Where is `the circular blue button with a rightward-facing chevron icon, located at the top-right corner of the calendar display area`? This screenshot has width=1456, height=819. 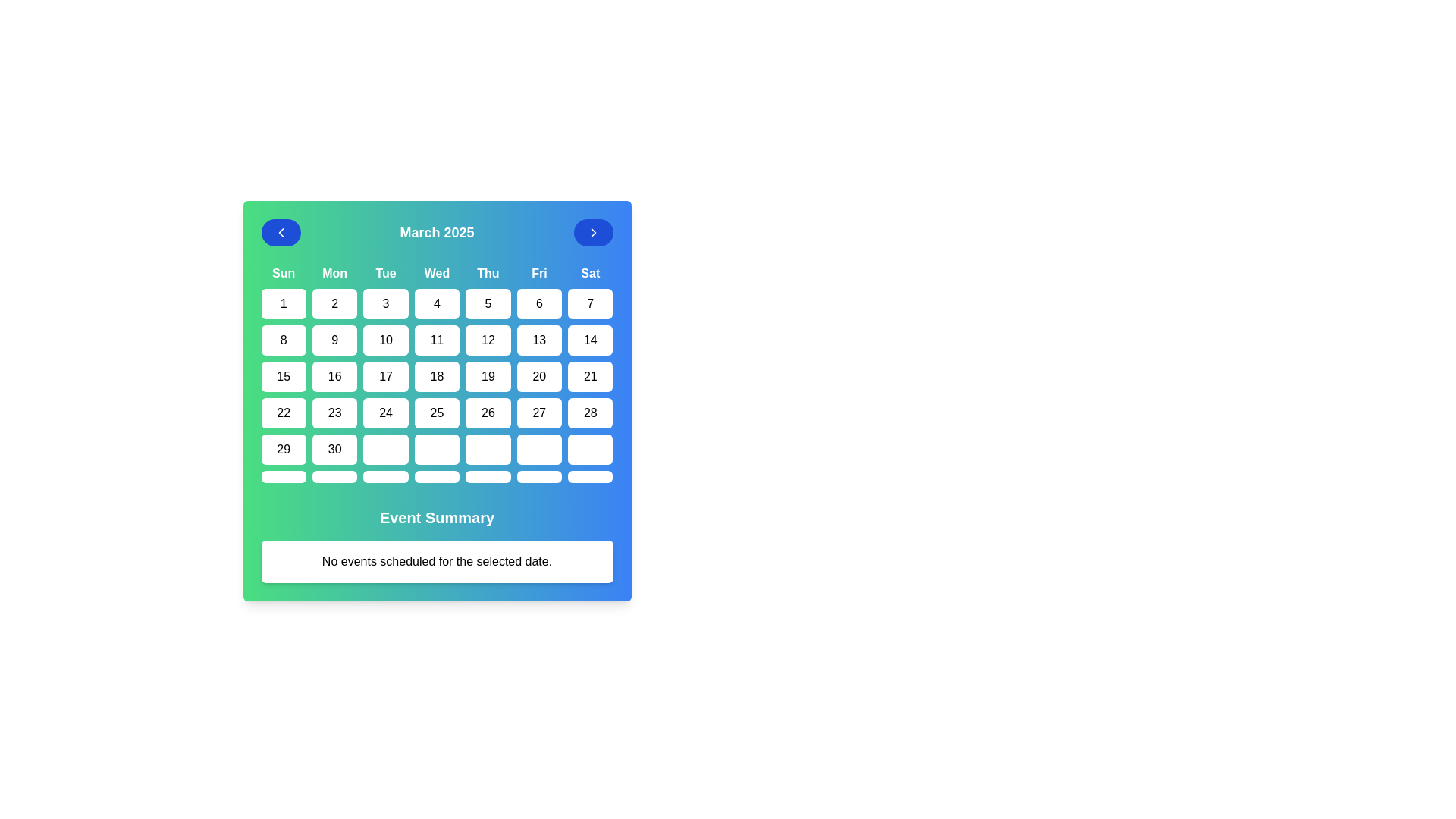
the circular blue button with a rightward-facing chevron icon, located at the top-right corner of the calendar display area is located at coordinates (592, 233).